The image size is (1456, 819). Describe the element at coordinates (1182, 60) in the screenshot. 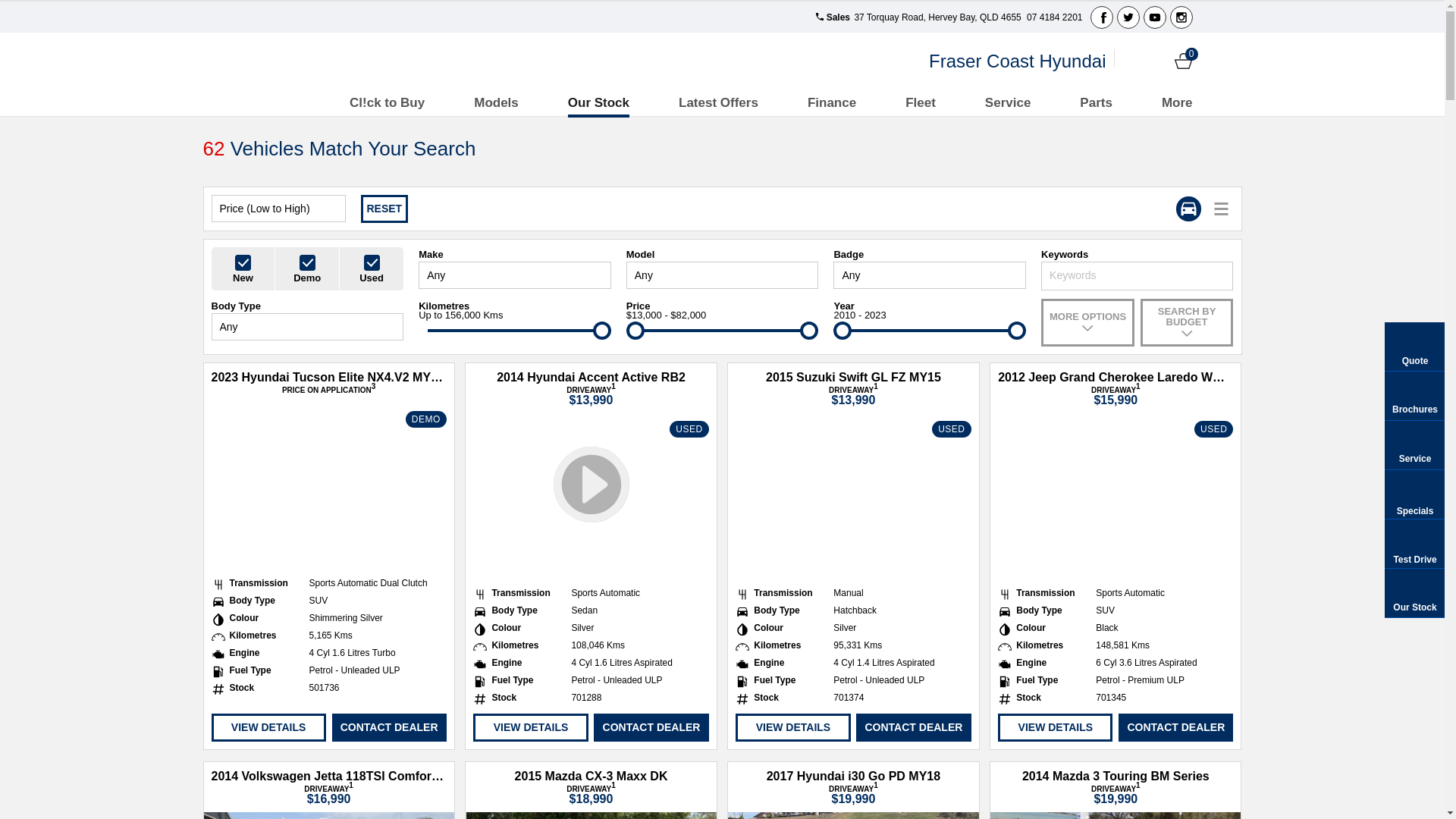

I see `'Cart` at that location.